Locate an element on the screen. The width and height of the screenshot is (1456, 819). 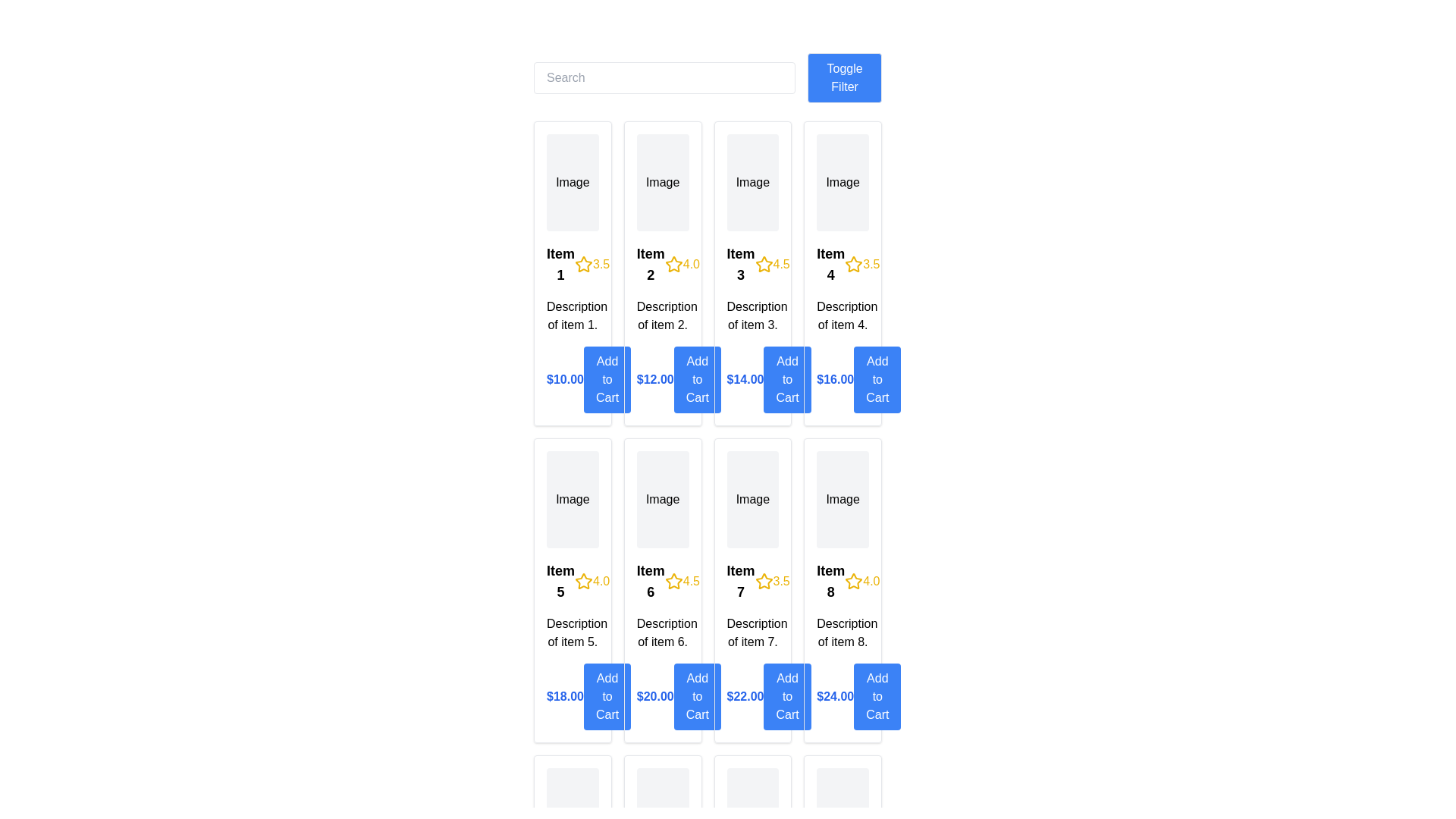
the third star icon in the five-star rating system for 'Item 6' located in the second row and second column, which visually represents a rating of 4.5 is located at coordinates (673, 581).